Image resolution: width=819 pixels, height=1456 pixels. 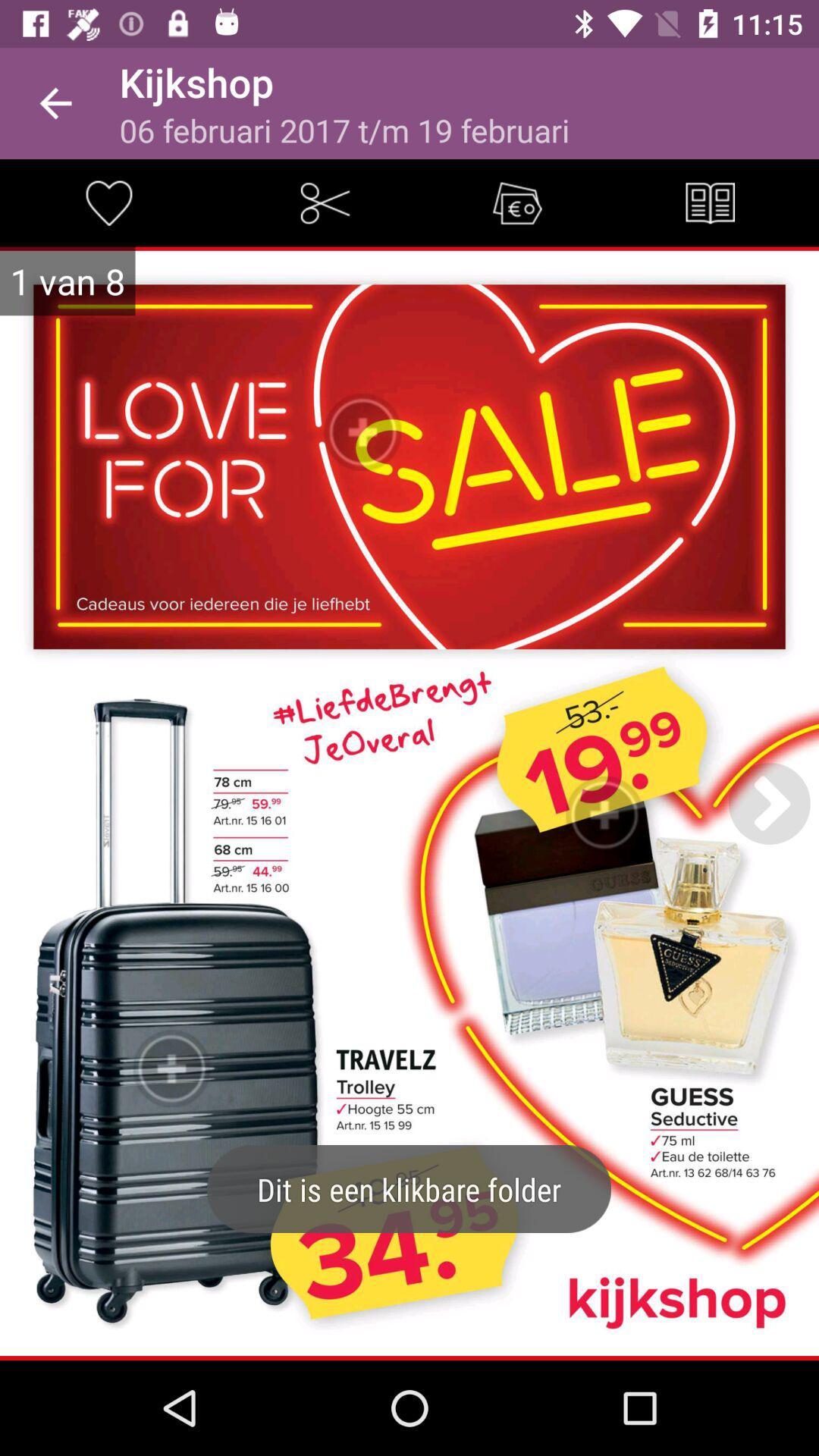 I want to click on the app to the right of the 06 februari 2017, so click(x=710, y=202).